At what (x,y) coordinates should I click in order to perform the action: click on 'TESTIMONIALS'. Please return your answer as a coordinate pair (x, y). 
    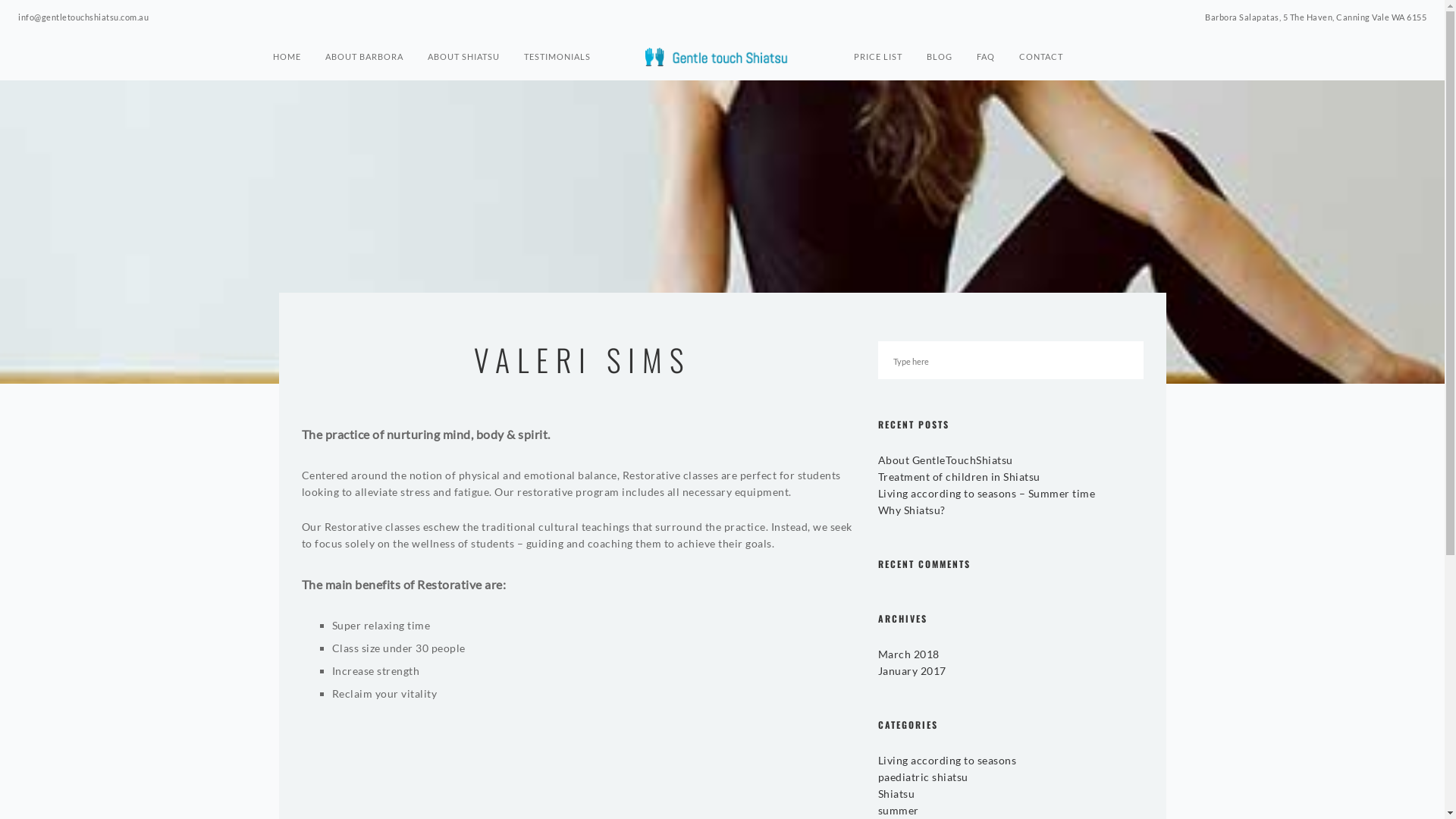
    Looking at the image, I should click on (556, 57).